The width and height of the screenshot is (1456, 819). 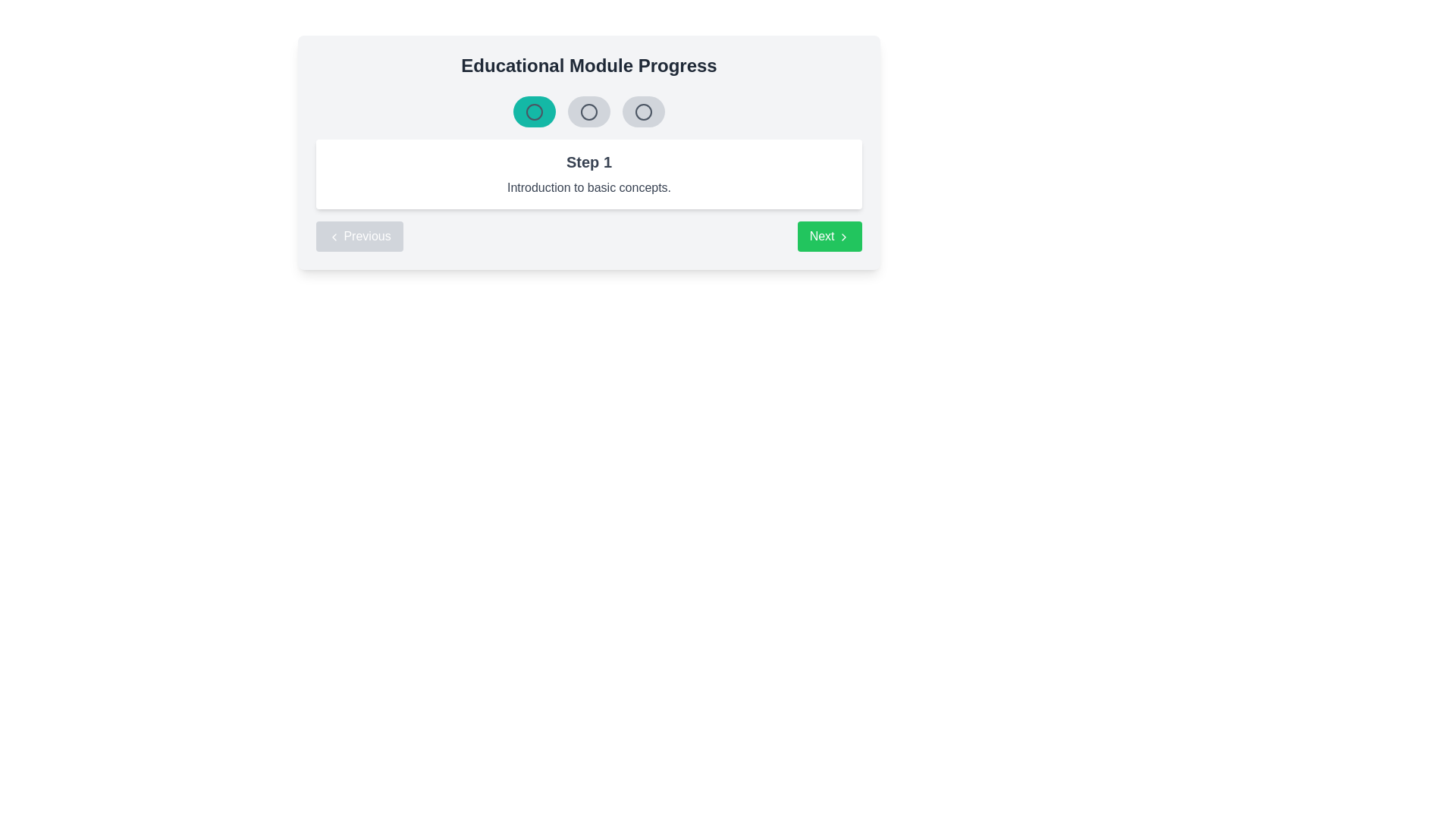 I want to click on the Right-facing chevron icon inside the 'Next' button for visual guidance on forward navigation, so click(x=843, y=237).